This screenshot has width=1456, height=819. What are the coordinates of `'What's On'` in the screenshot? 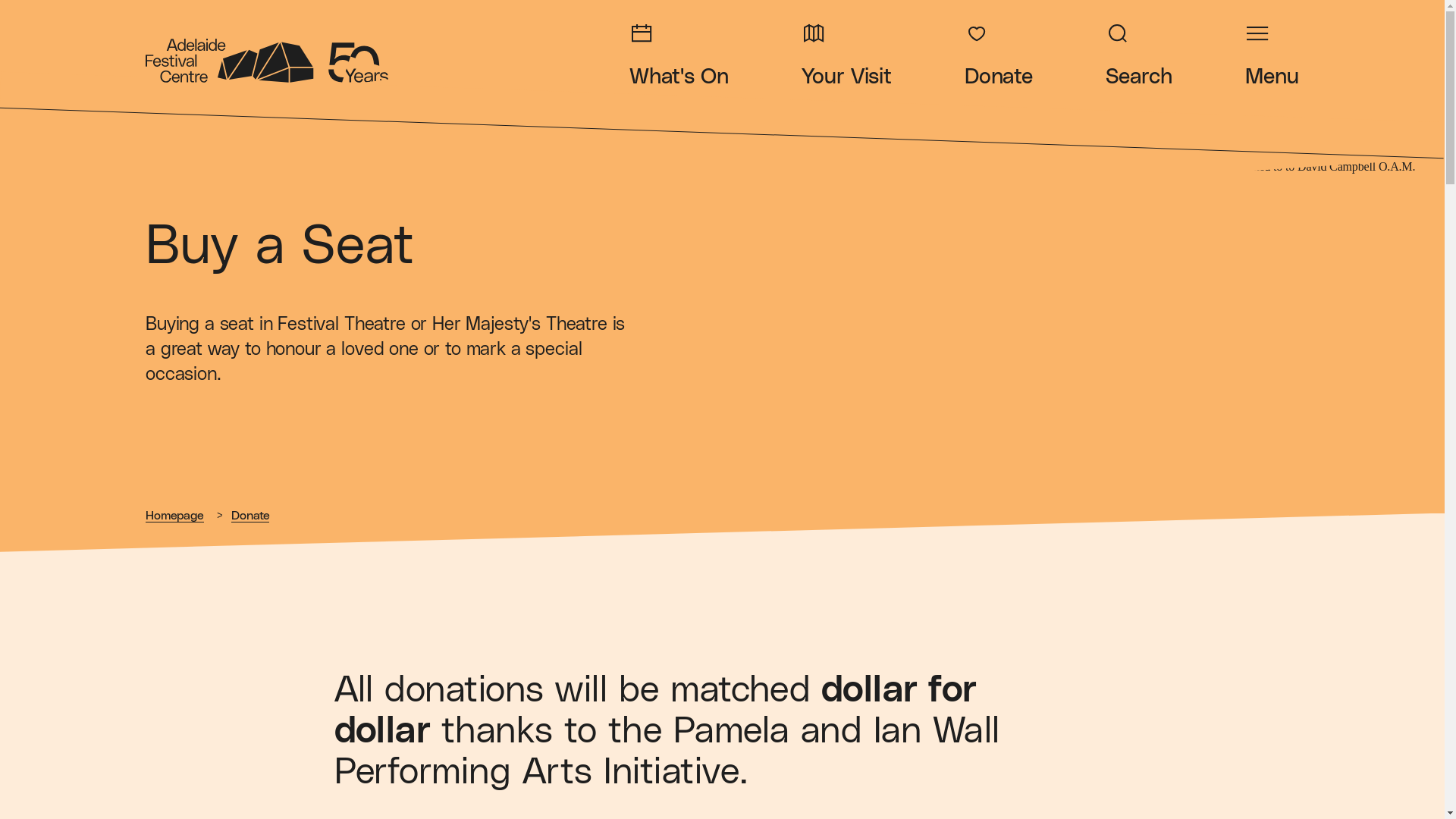 It's located at (678, 54).